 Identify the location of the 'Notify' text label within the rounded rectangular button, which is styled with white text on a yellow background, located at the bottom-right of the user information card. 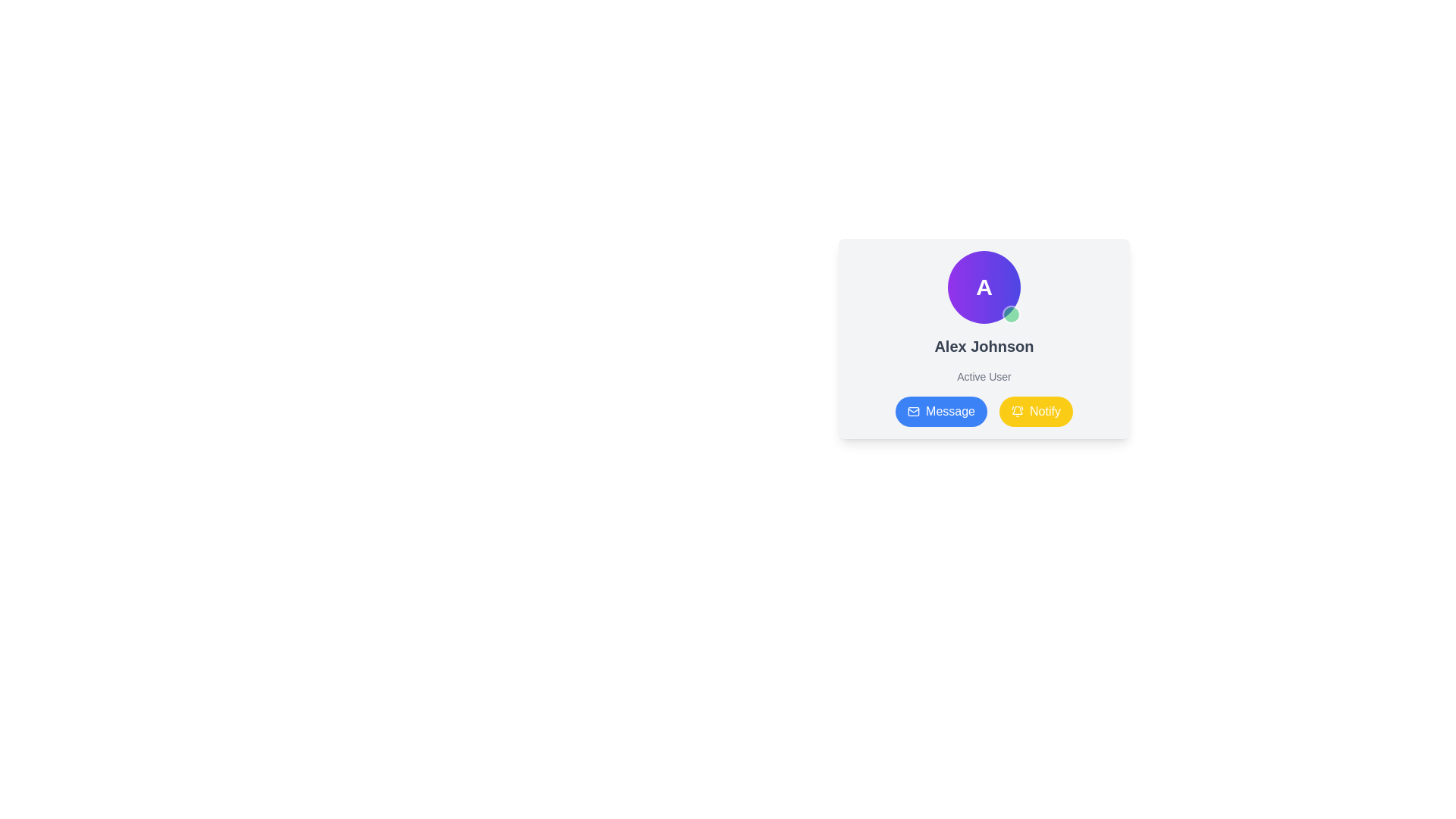
(1044, 412).